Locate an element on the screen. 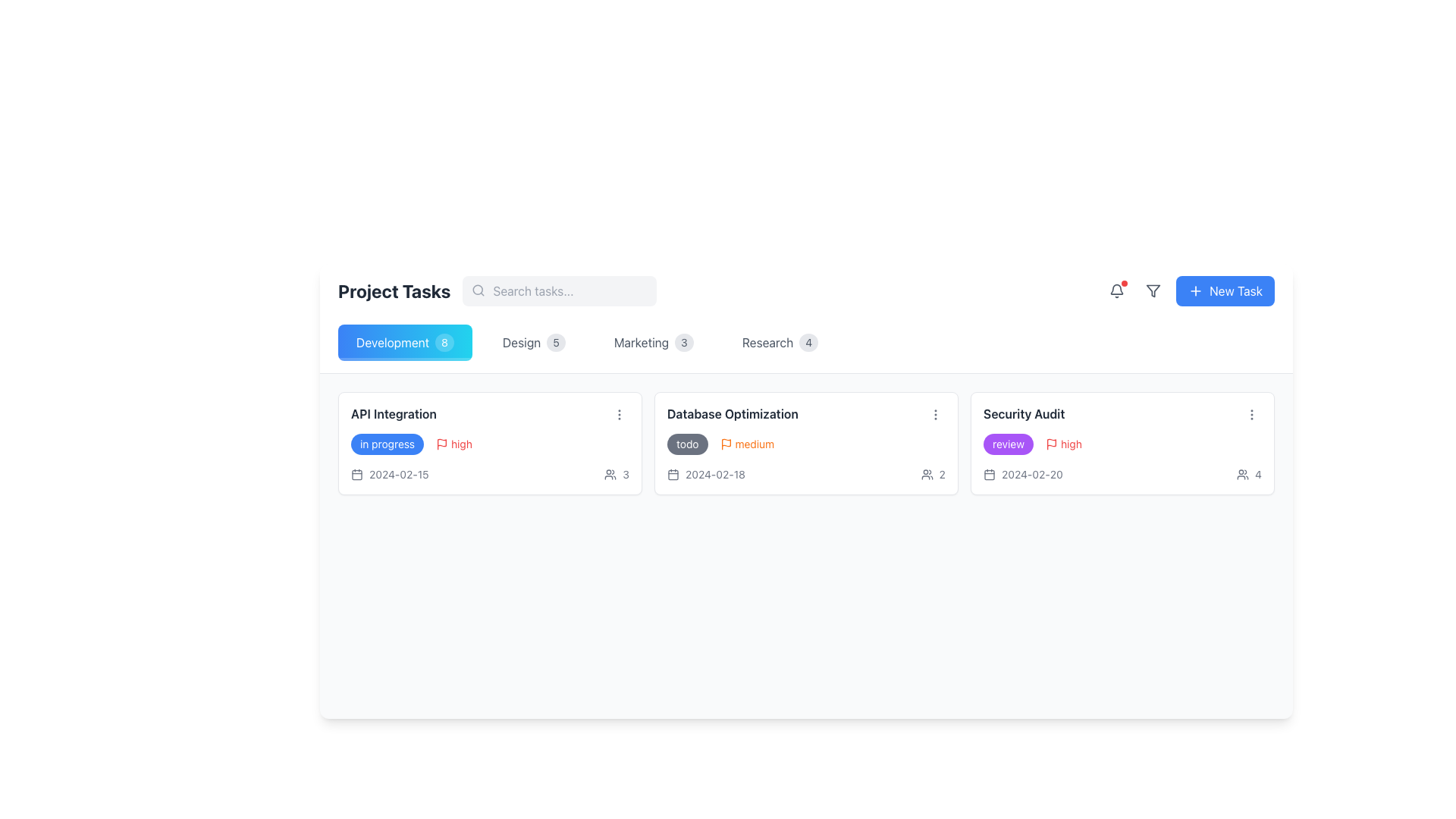  the vertical ellipsis button with three dots located on the 'Database Optimization' card in the 'Project Tasks' interface is located at coordinates (934, 415).